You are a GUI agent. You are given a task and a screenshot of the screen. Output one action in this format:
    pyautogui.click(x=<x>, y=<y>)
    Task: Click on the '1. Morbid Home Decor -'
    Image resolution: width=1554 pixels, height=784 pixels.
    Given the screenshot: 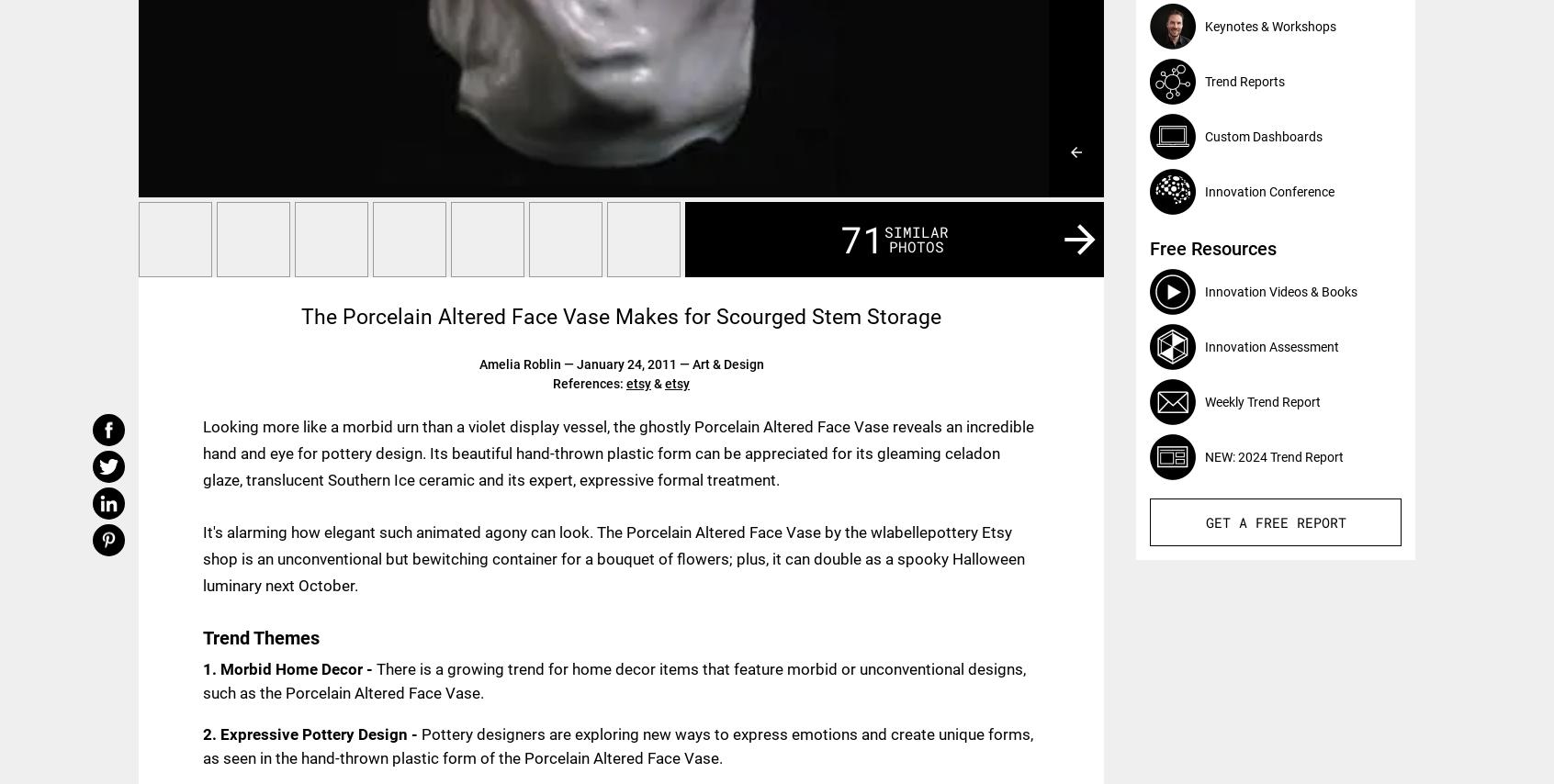 What is the action you would take?
    pyautogui.click(x=288, y=668)
    